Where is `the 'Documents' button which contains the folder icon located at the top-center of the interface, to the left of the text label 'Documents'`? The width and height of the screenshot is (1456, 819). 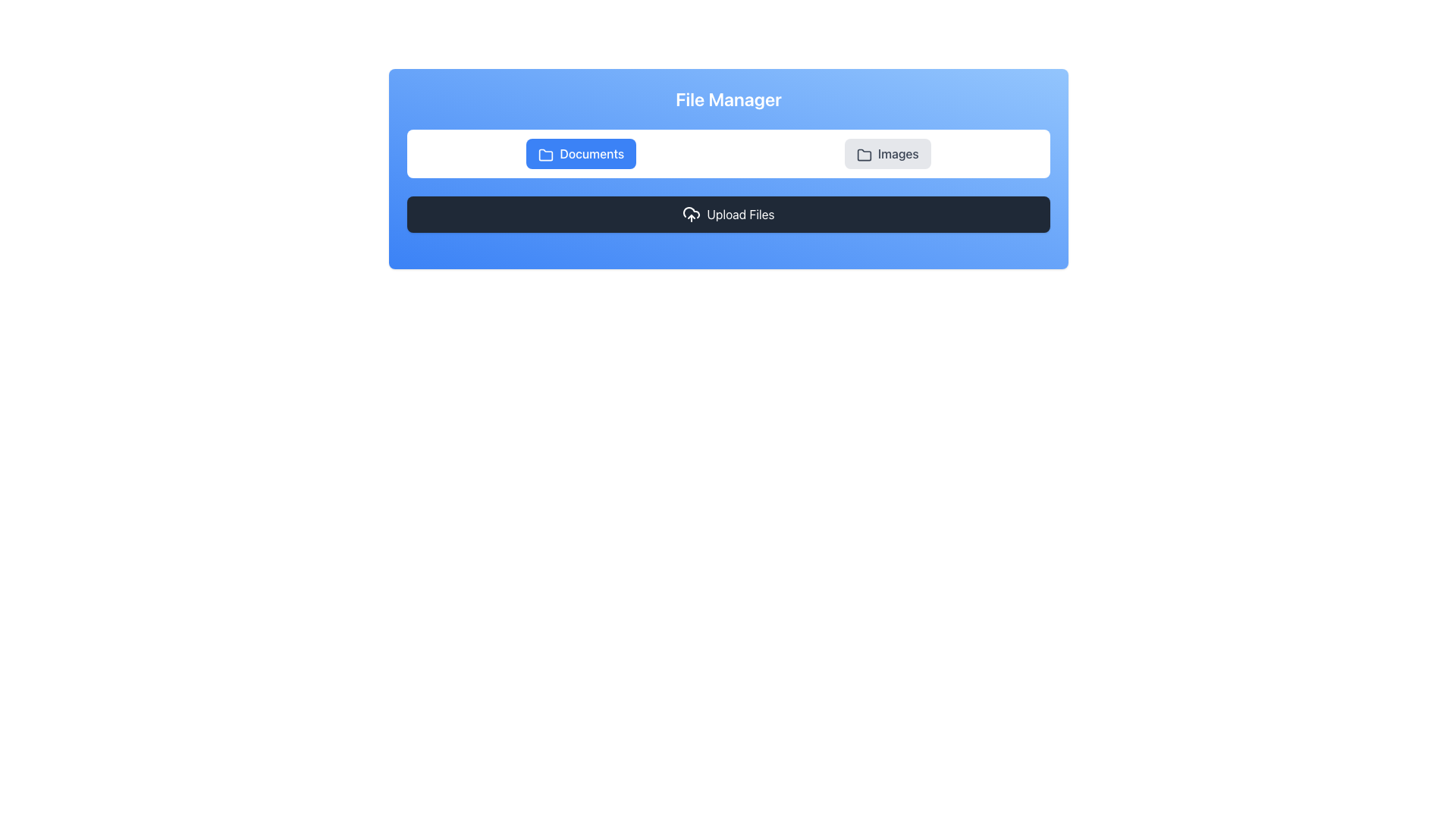
the 'Documents' button which contains the folder icon located at the top-center of the interface, to the left of the text label 'Documents' is located at coordinates (546, 155).